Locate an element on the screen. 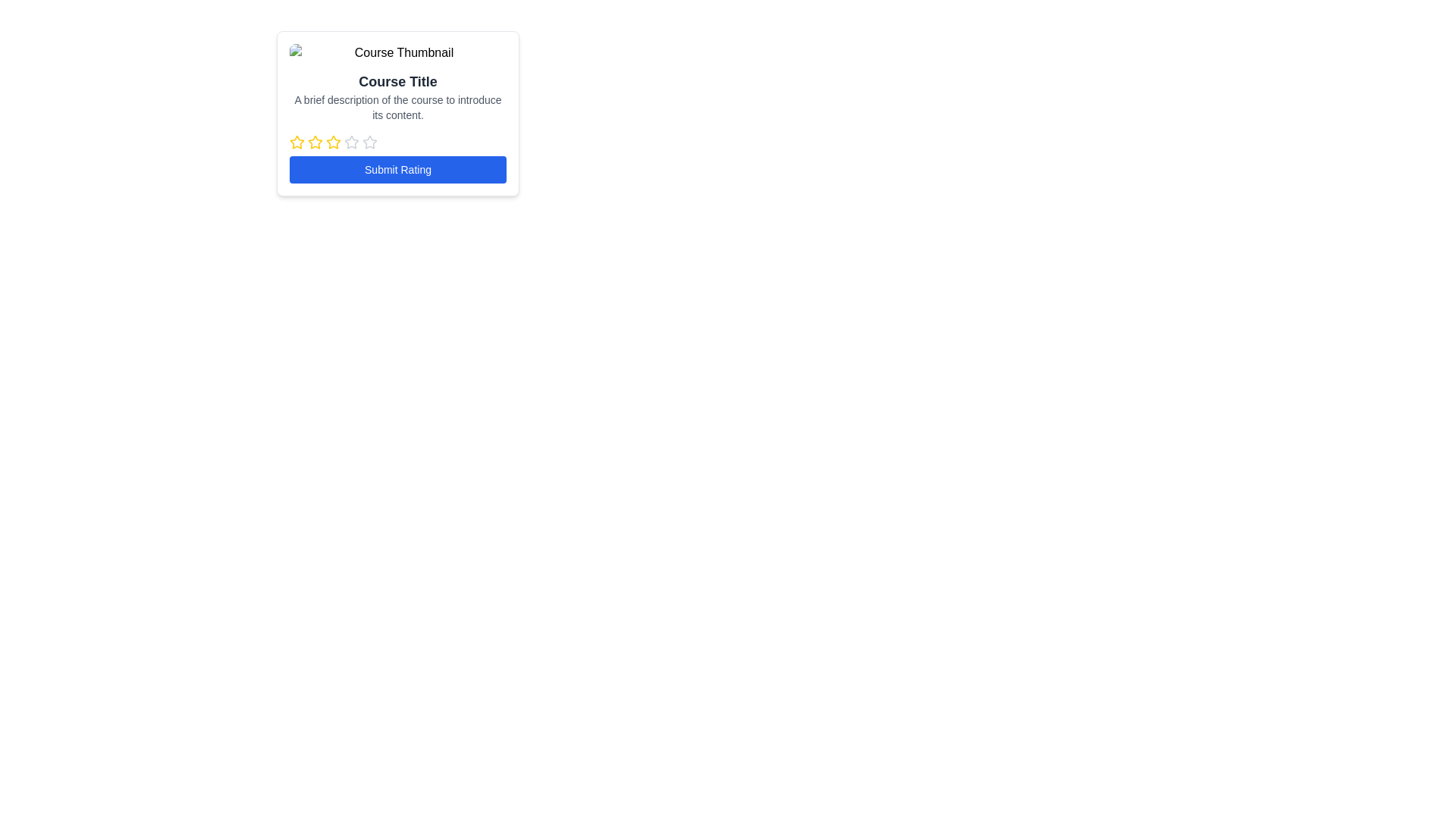 The width and height of the screenshot is (1456, 819). the fourth star-shaped icon from the left in the row of five stars, styled in light gray color is located at coordinates (370, 142).